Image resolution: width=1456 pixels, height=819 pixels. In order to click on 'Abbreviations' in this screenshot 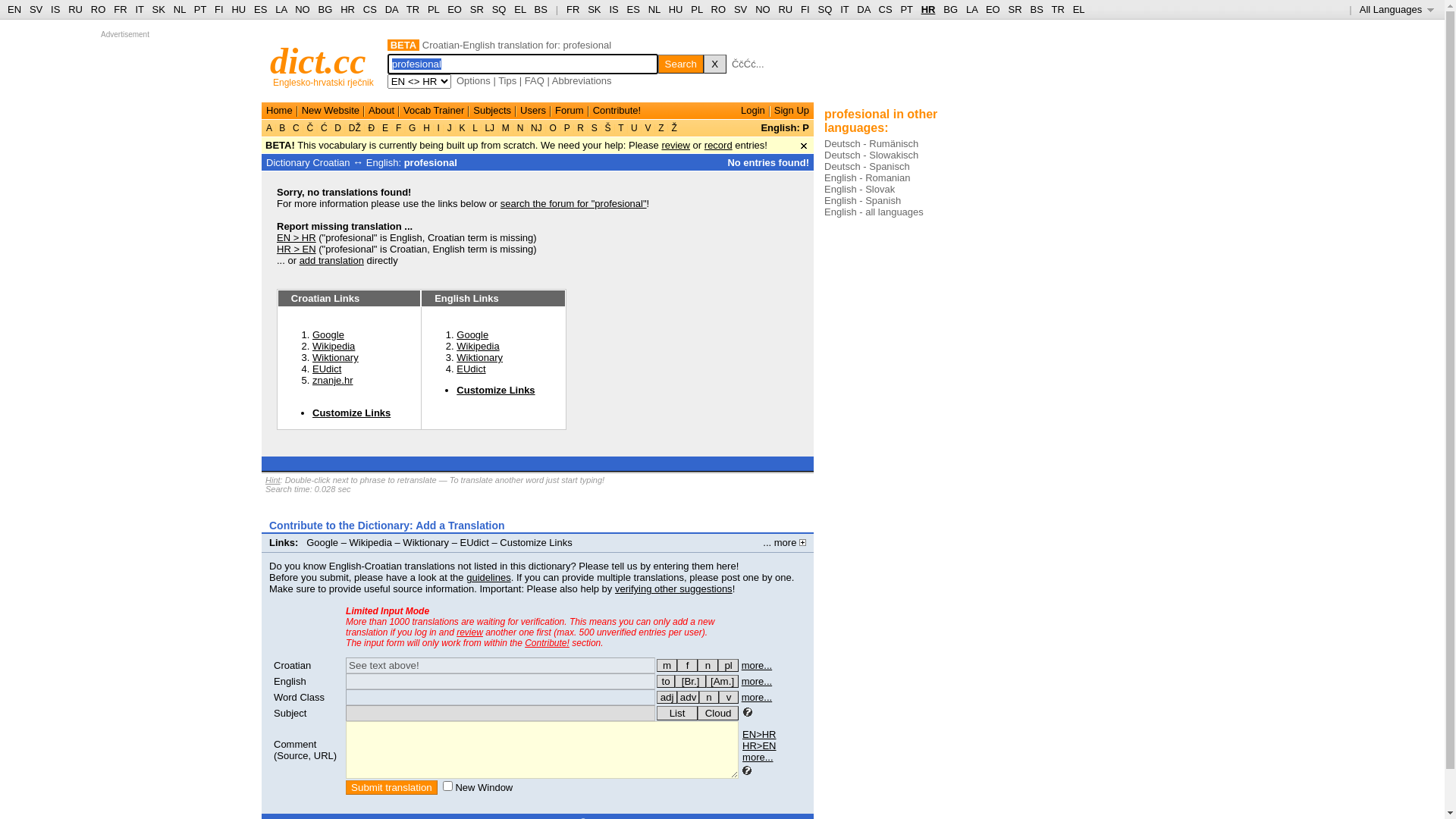, I will do `click(581, 80)`.